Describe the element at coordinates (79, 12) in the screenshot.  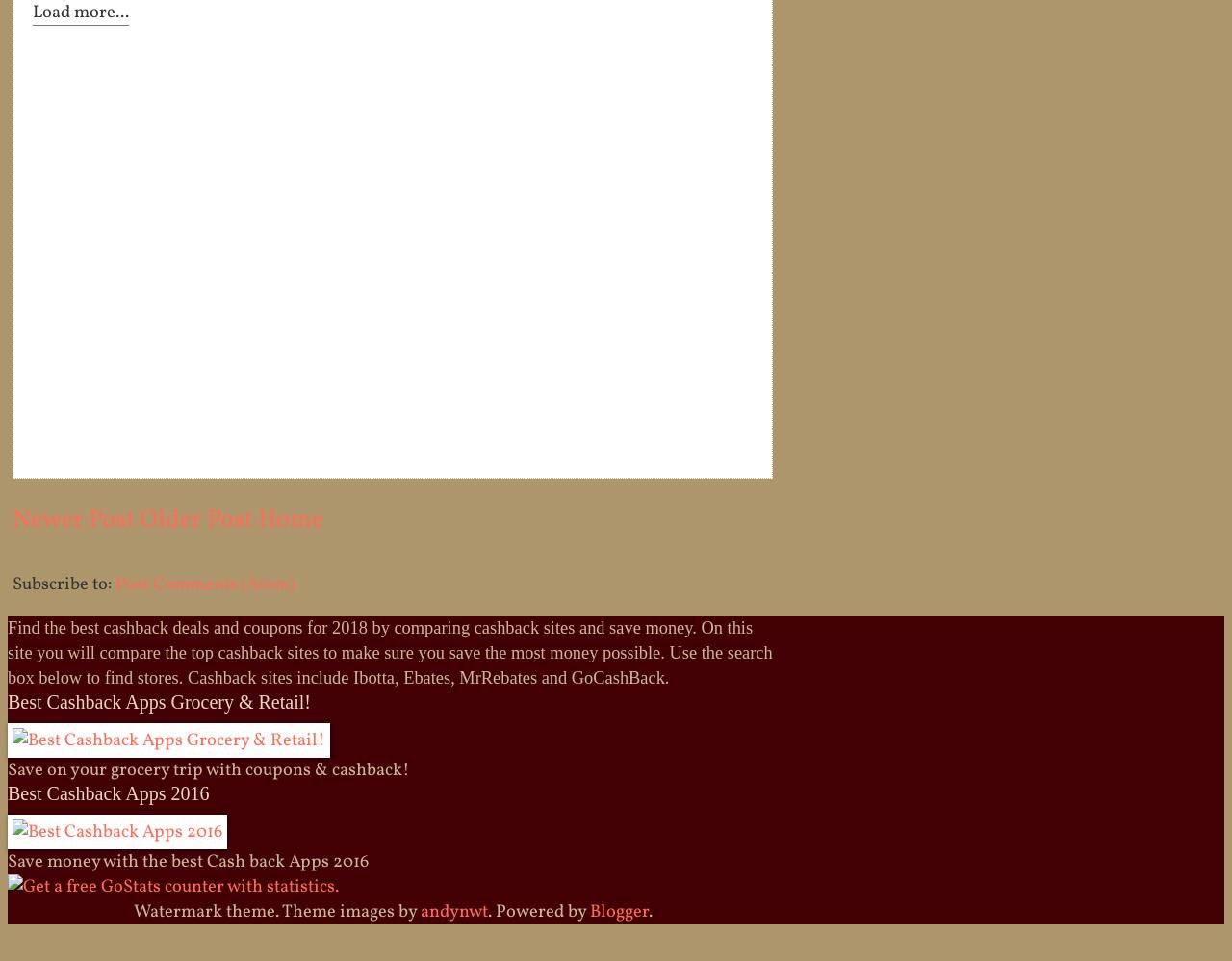
I see `'Load more...'` at that location.